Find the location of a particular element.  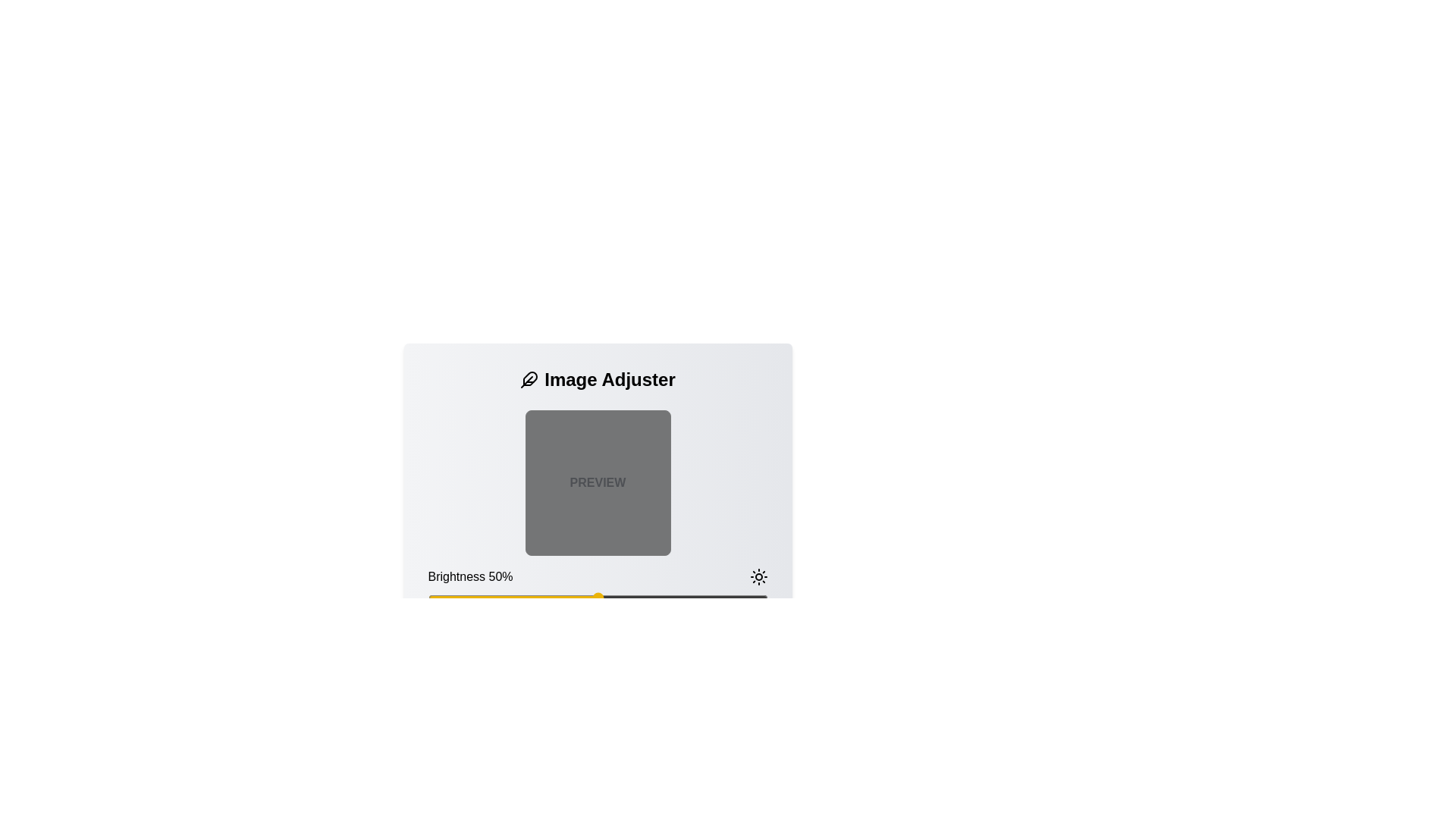

the slider is located at coordinates (675, 598).